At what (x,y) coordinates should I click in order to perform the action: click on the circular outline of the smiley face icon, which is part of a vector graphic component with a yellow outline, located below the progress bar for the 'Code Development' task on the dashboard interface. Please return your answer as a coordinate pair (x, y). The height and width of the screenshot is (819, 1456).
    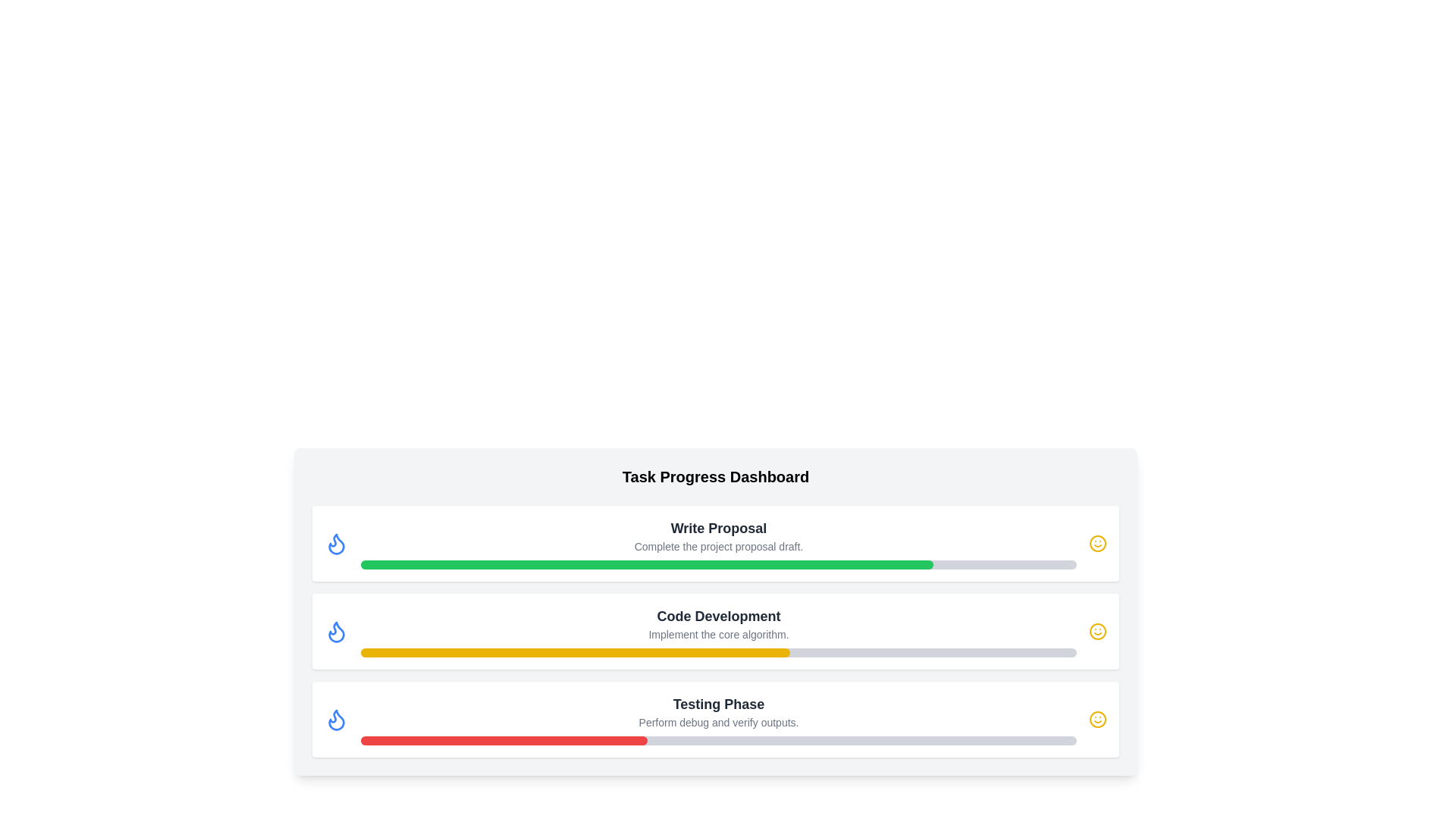
    Looking at the image, I should click on (1098, 718).